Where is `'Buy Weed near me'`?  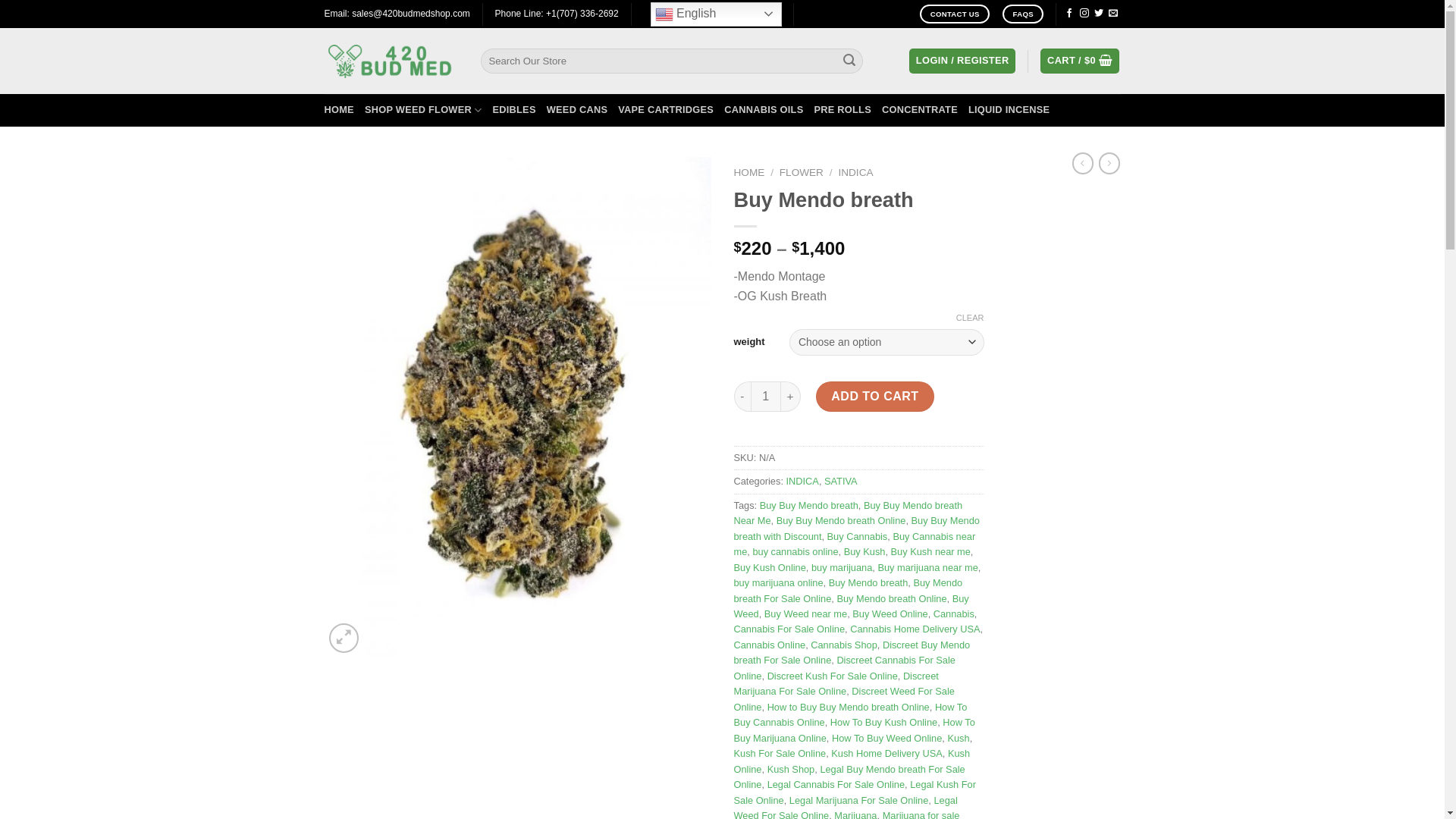 'Buy Weed near me' is located at coordinates (805, 613).